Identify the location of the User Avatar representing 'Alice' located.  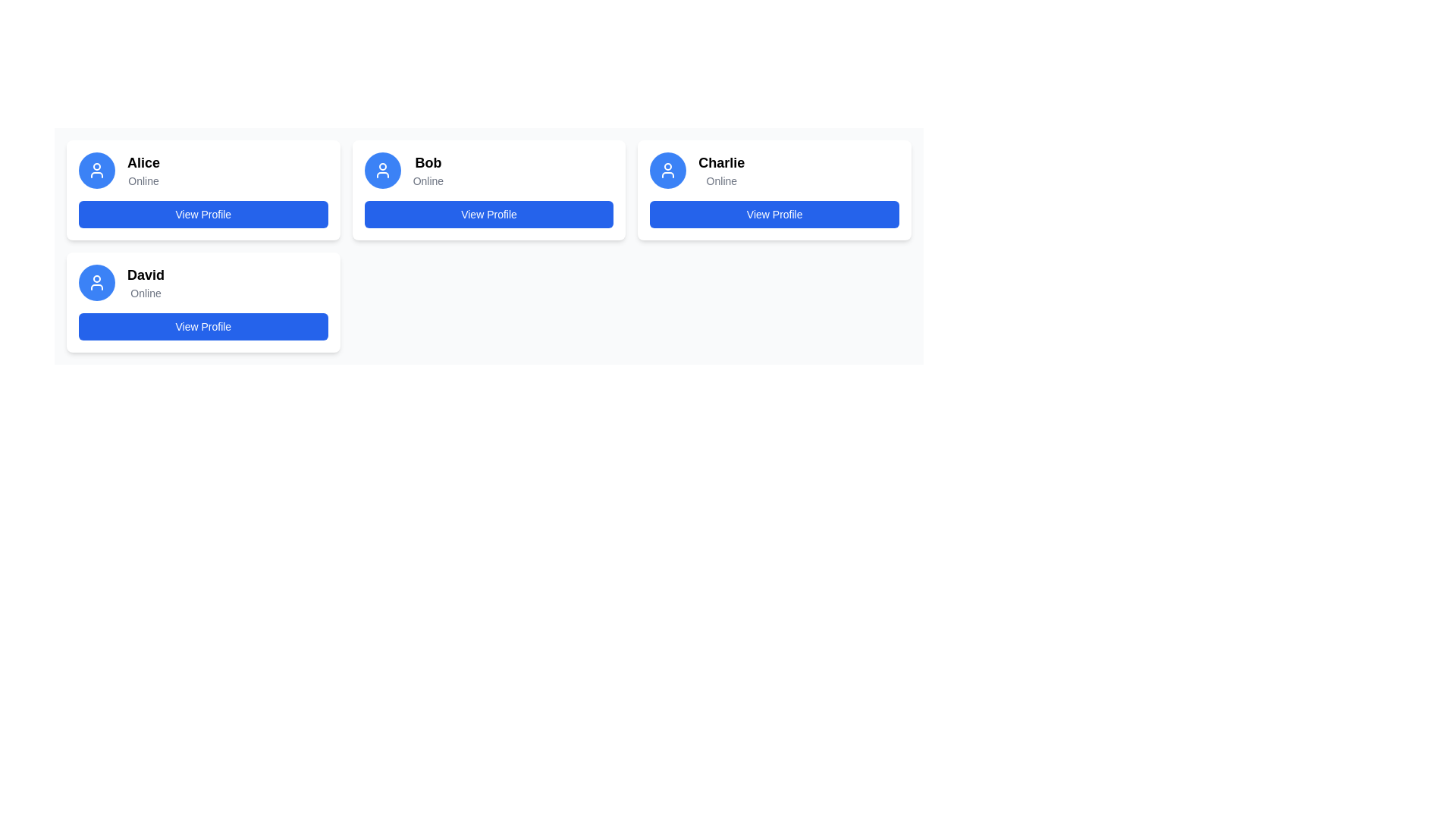
(96, 170).